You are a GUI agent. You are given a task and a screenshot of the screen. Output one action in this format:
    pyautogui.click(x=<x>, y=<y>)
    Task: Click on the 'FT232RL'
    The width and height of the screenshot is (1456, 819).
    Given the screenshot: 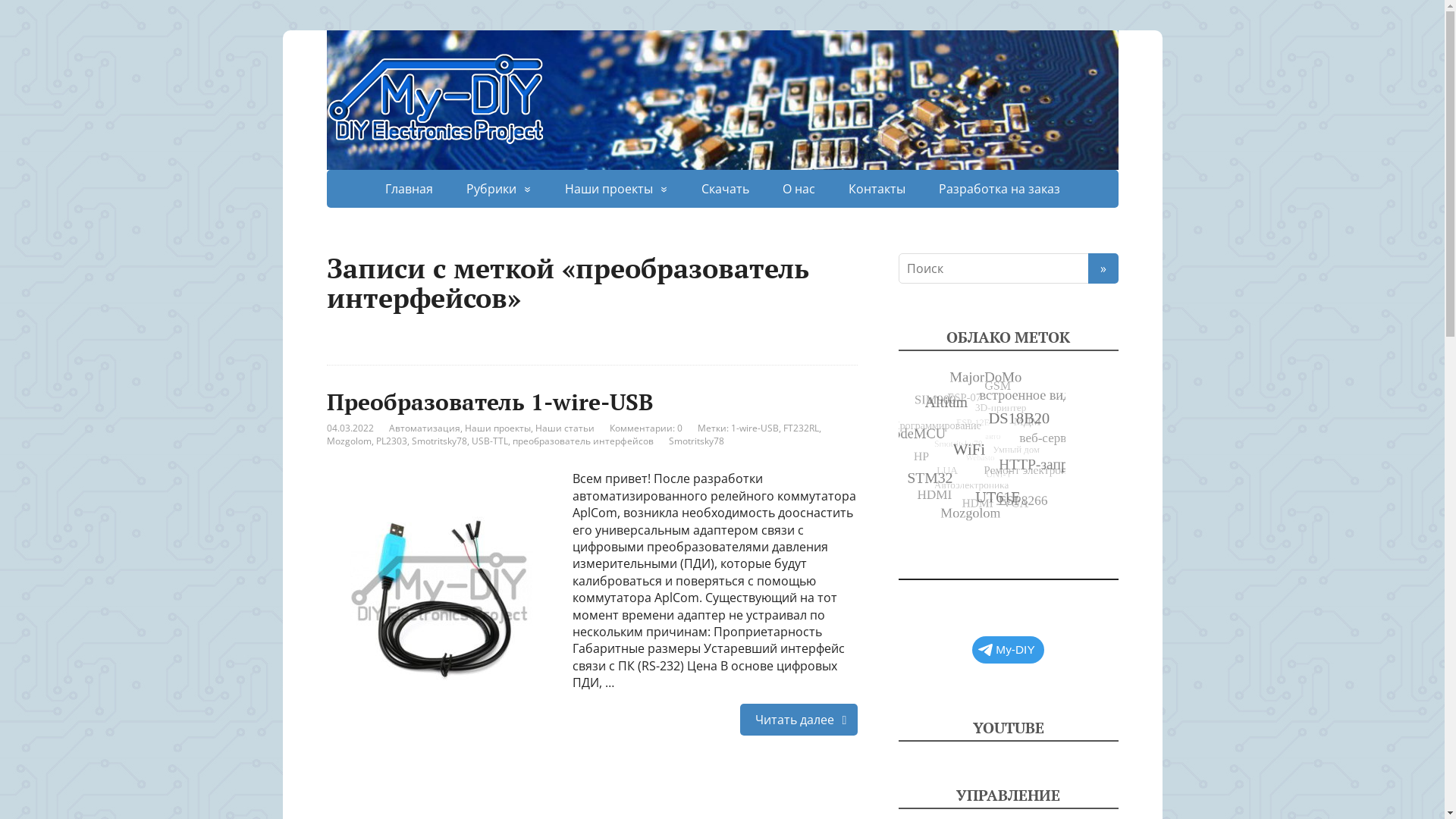 What is the action you would take?
    pyautogui.click(x=799, y=428)
    